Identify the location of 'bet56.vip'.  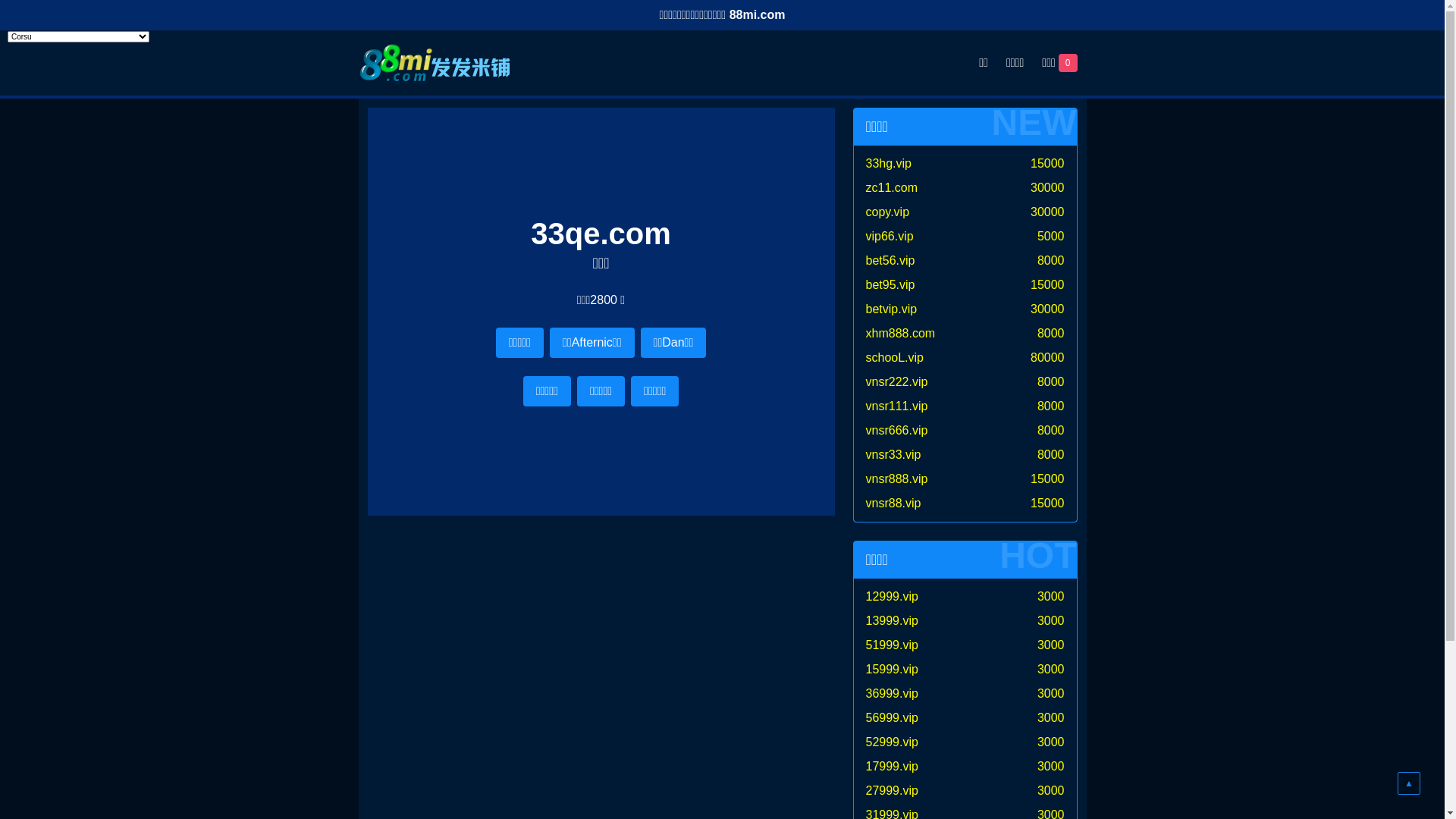
(890, 259).